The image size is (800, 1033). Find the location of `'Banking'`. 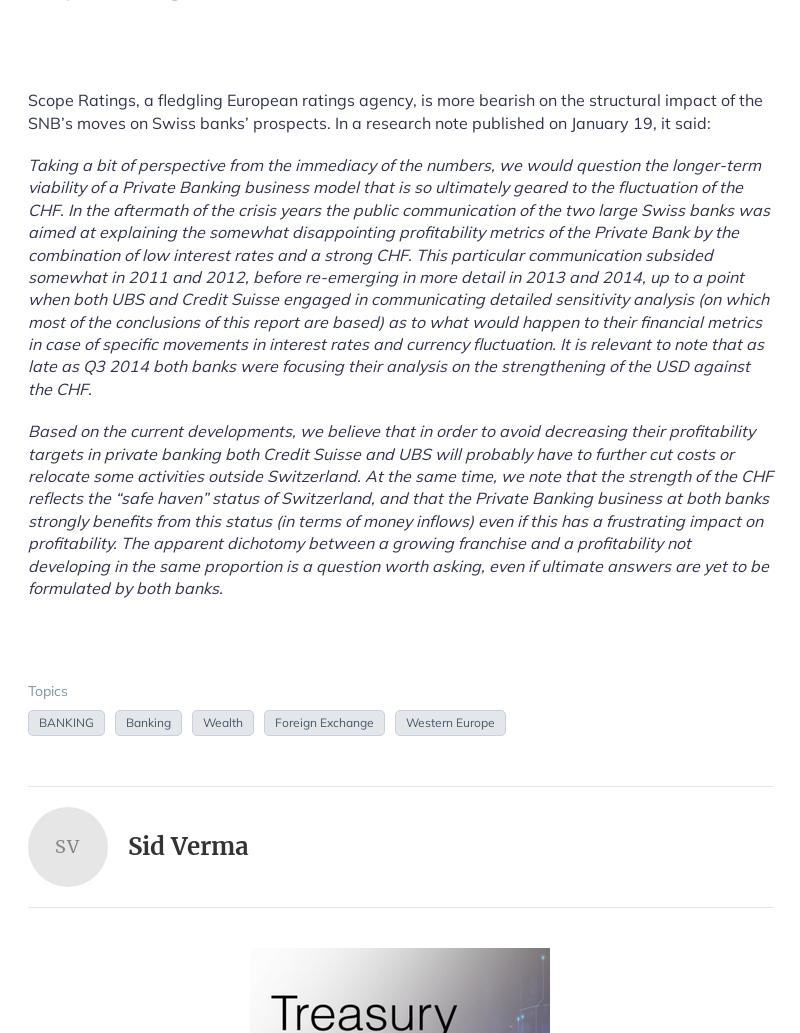

'Banking' is located at coordinates (148, 721).